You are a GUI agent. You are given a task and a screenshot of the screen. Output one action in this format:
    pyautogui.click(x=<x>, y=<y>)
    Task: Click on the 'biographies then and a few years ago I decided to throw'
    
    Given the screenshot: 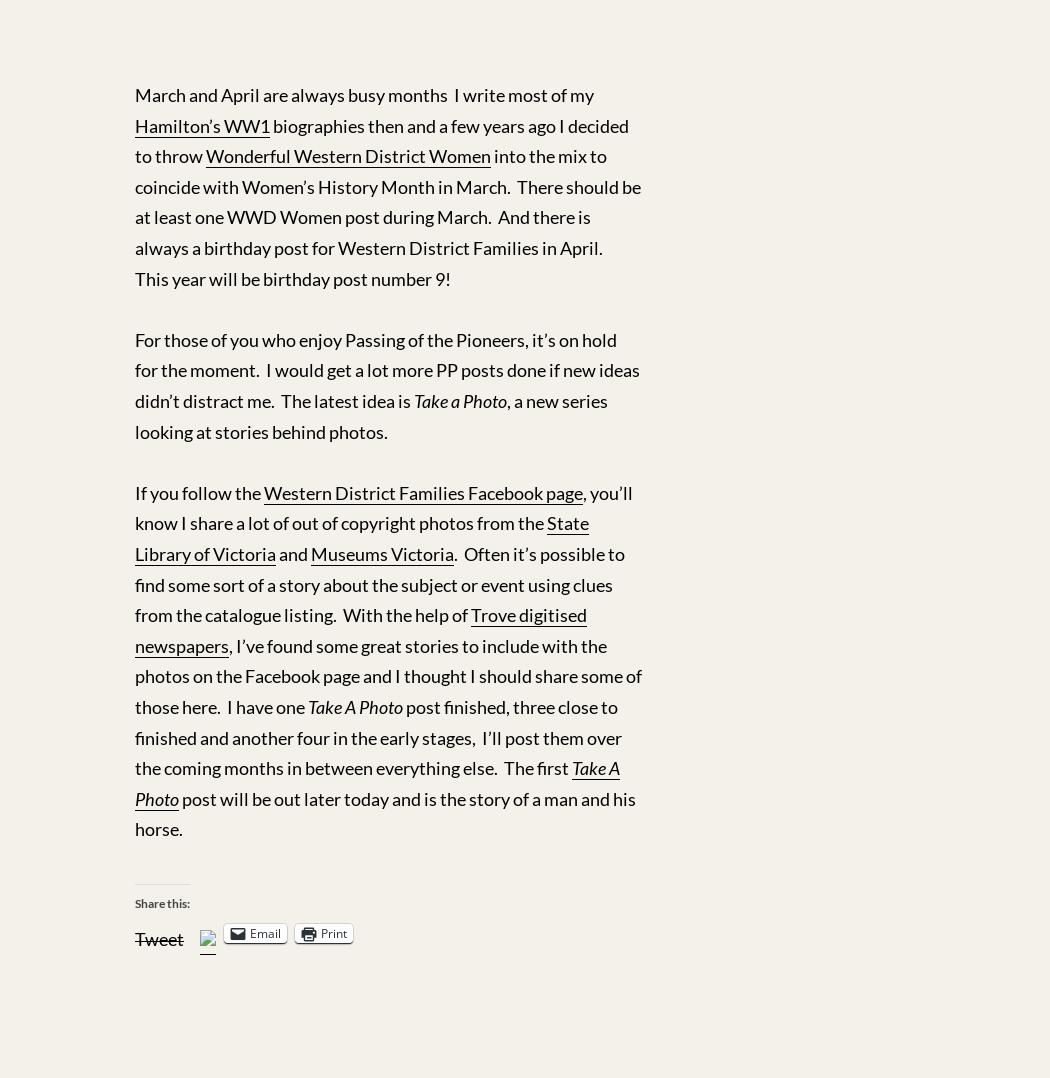 What is the action you would take?
    pyautogui.click(x=381, y=140)
    